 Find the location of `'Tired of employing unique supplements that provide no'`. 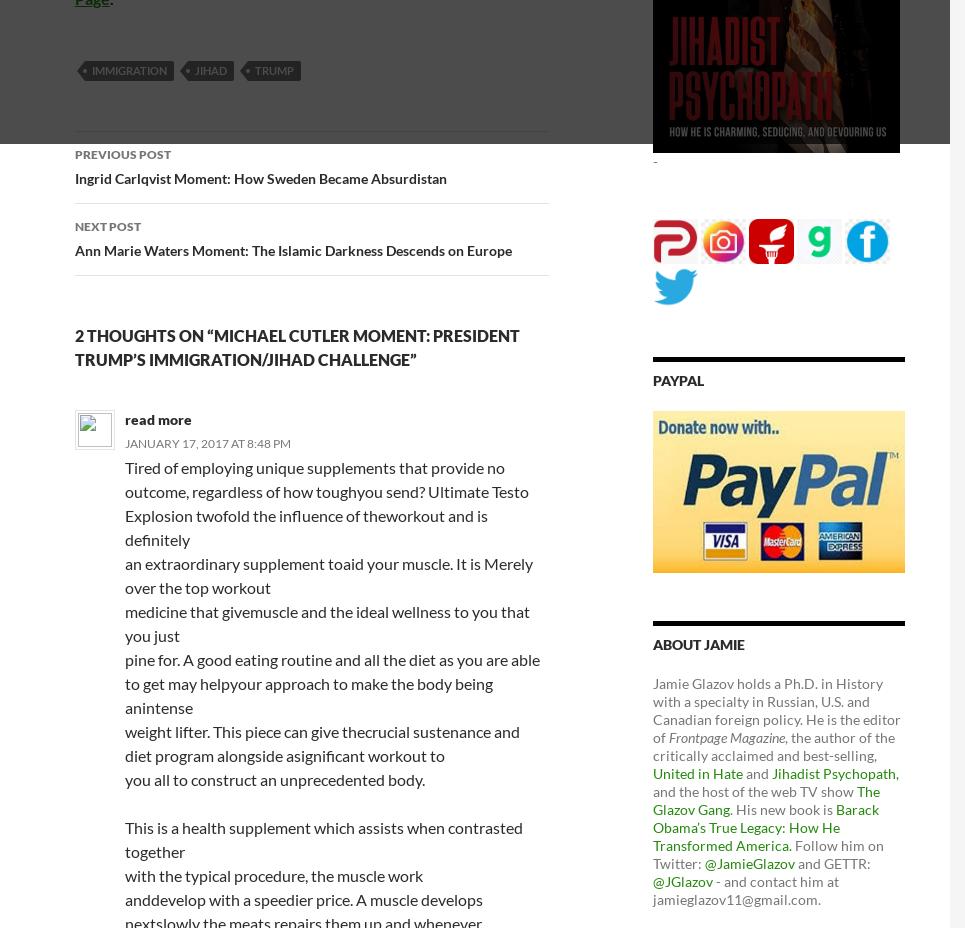

'Tired of employing unique supplements that provide no' is located at coordinates (313, 466).